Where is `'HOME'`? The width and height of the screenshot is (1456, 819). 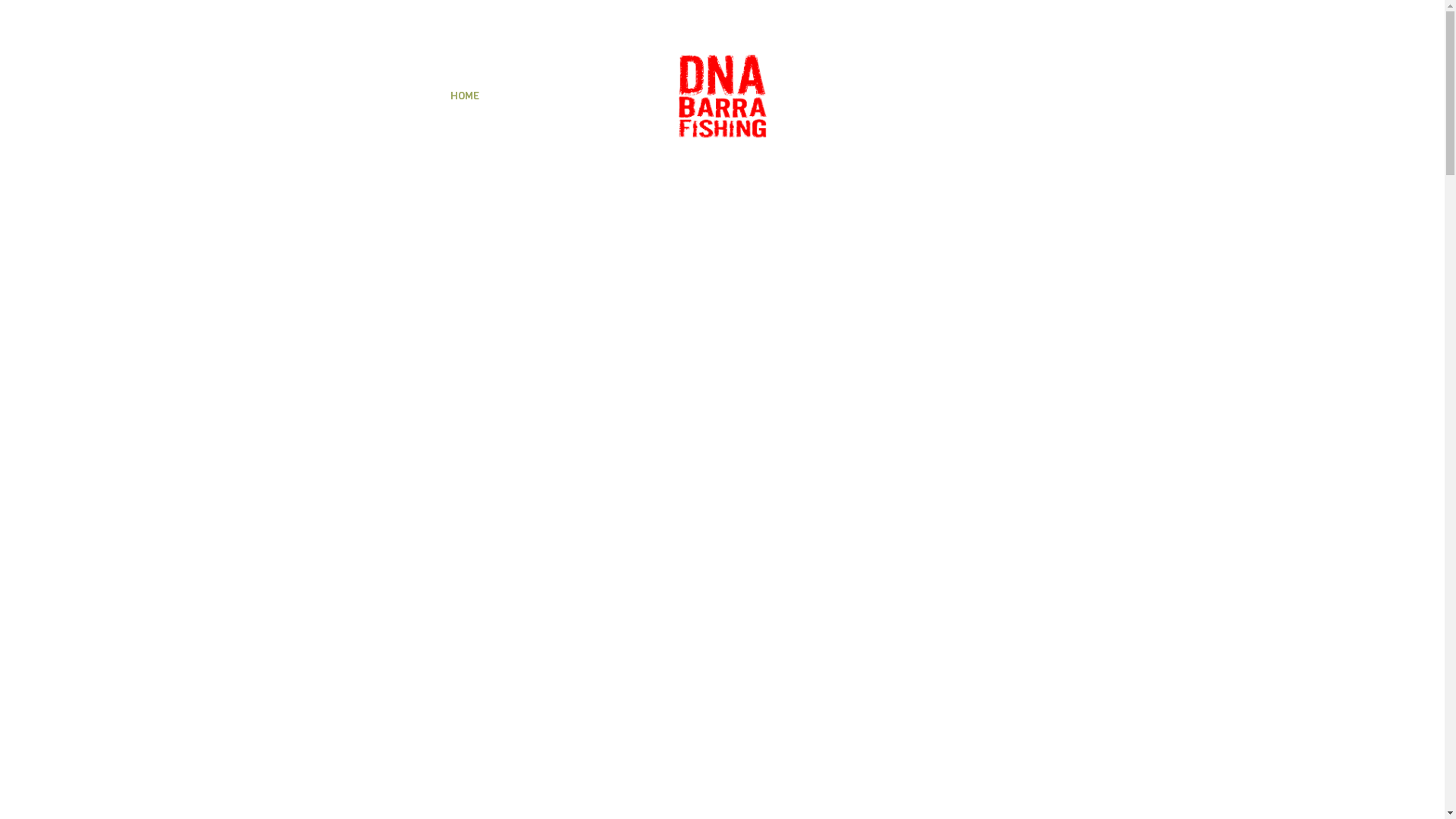
'HOME' is located at coordinates (464, 96).